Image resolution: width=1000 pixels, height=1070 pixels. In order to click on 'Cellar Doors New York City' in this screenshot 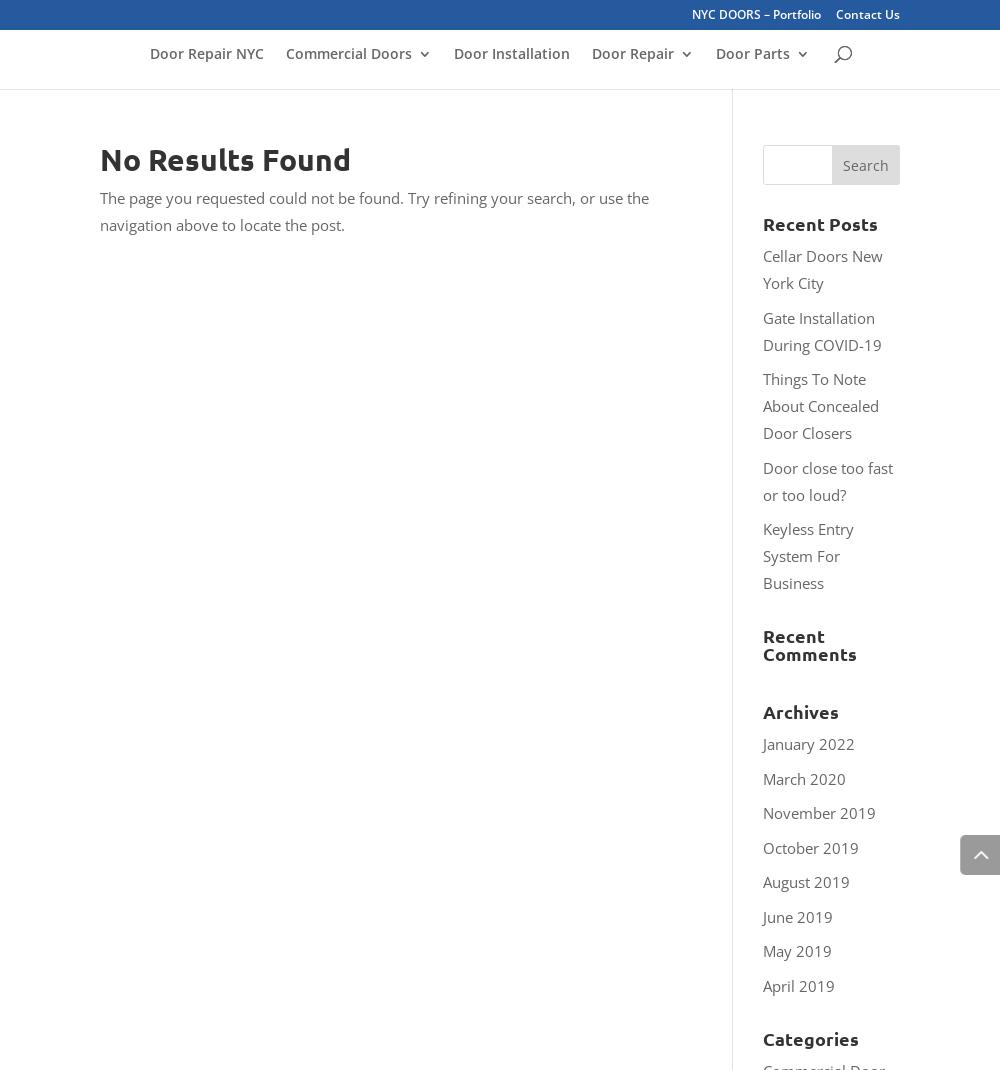, I will do `click(822, 269)`.